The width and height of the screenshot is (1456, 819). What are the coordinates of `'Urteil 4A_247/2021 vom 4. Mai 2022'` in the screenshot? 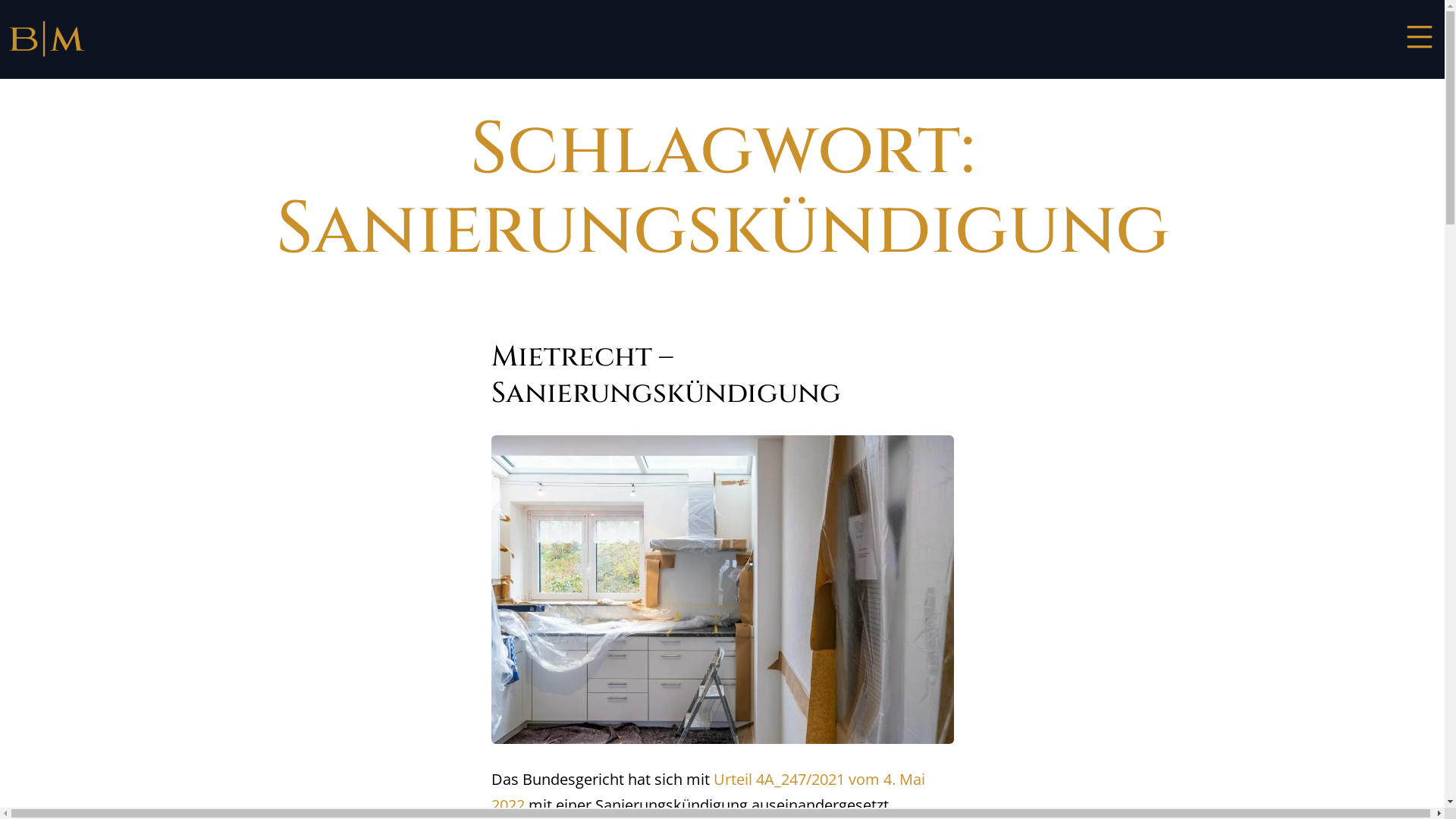 It's located at (708, 791).